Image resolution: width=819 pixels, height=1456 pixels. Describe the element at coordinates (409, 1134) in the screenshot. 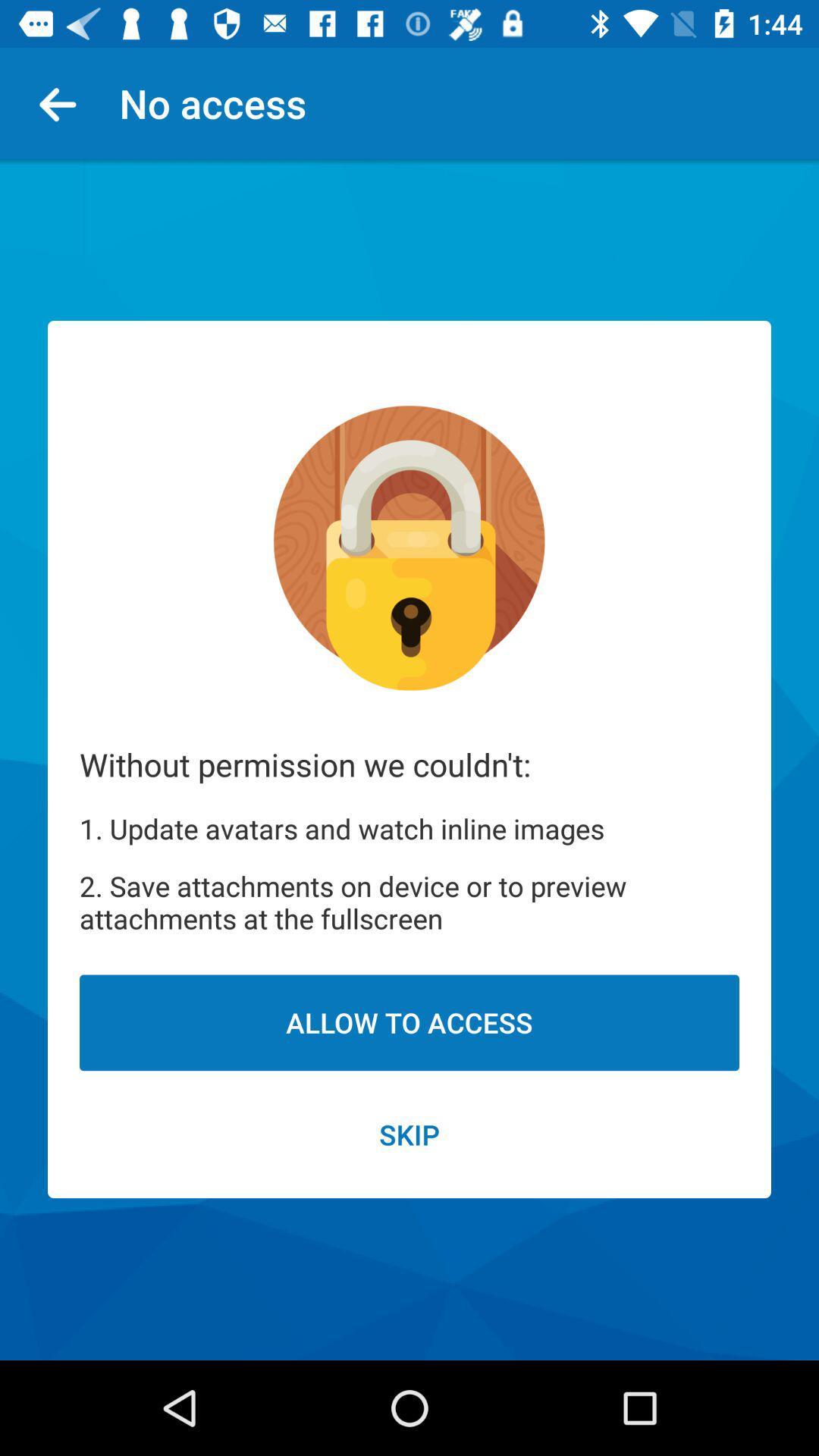

I see `icon below the allow to access` at that location.